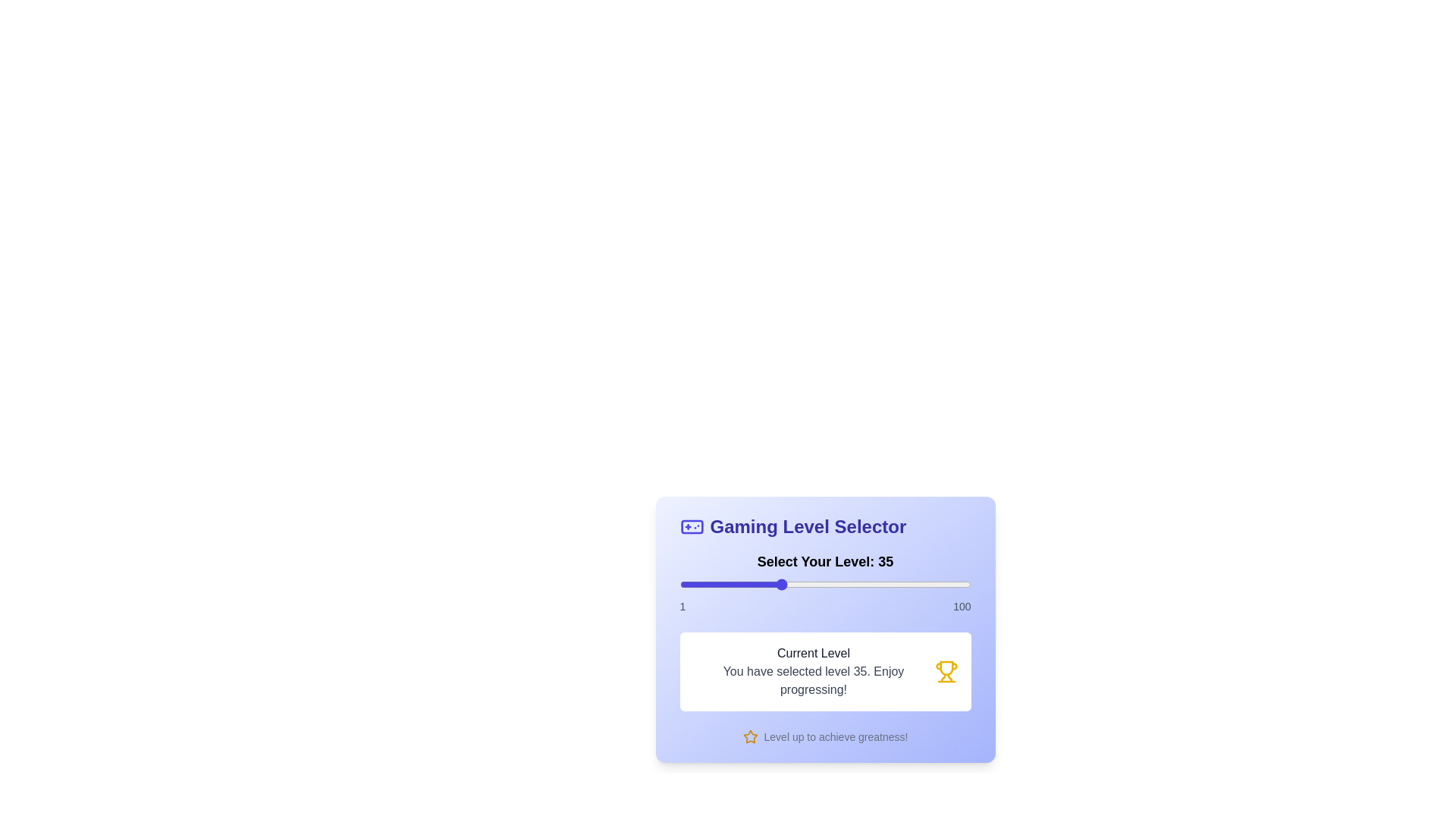 This screenshot has width=1456, height=819. Describe the element at coordinates (688, 584) in the screenshot. I see `the slider level` at that location.